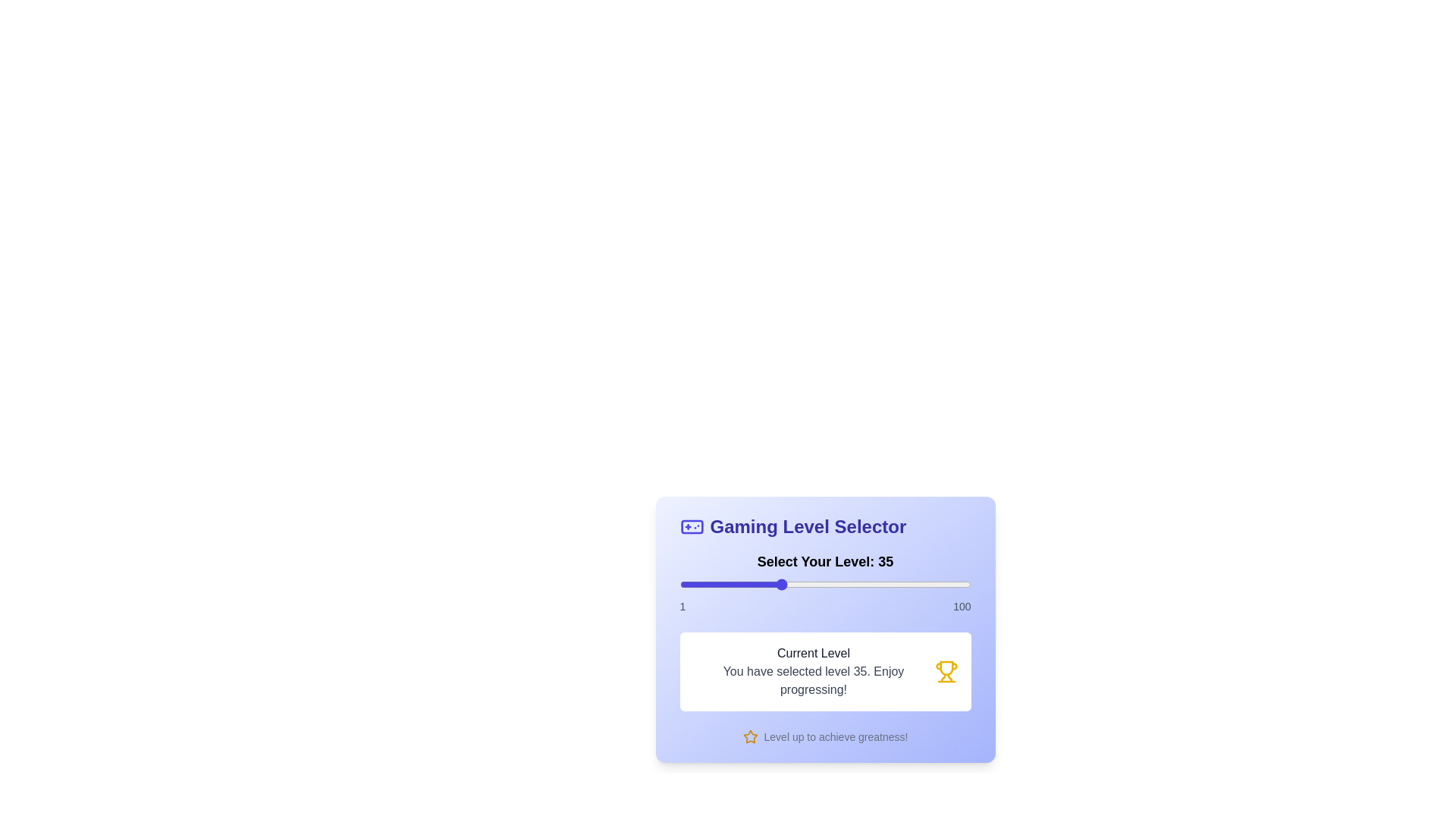 This screenshot has width=1456, height=819. Describe the element at coordinates (688, 584) in the screenshot. I see `the slider level` at that location.